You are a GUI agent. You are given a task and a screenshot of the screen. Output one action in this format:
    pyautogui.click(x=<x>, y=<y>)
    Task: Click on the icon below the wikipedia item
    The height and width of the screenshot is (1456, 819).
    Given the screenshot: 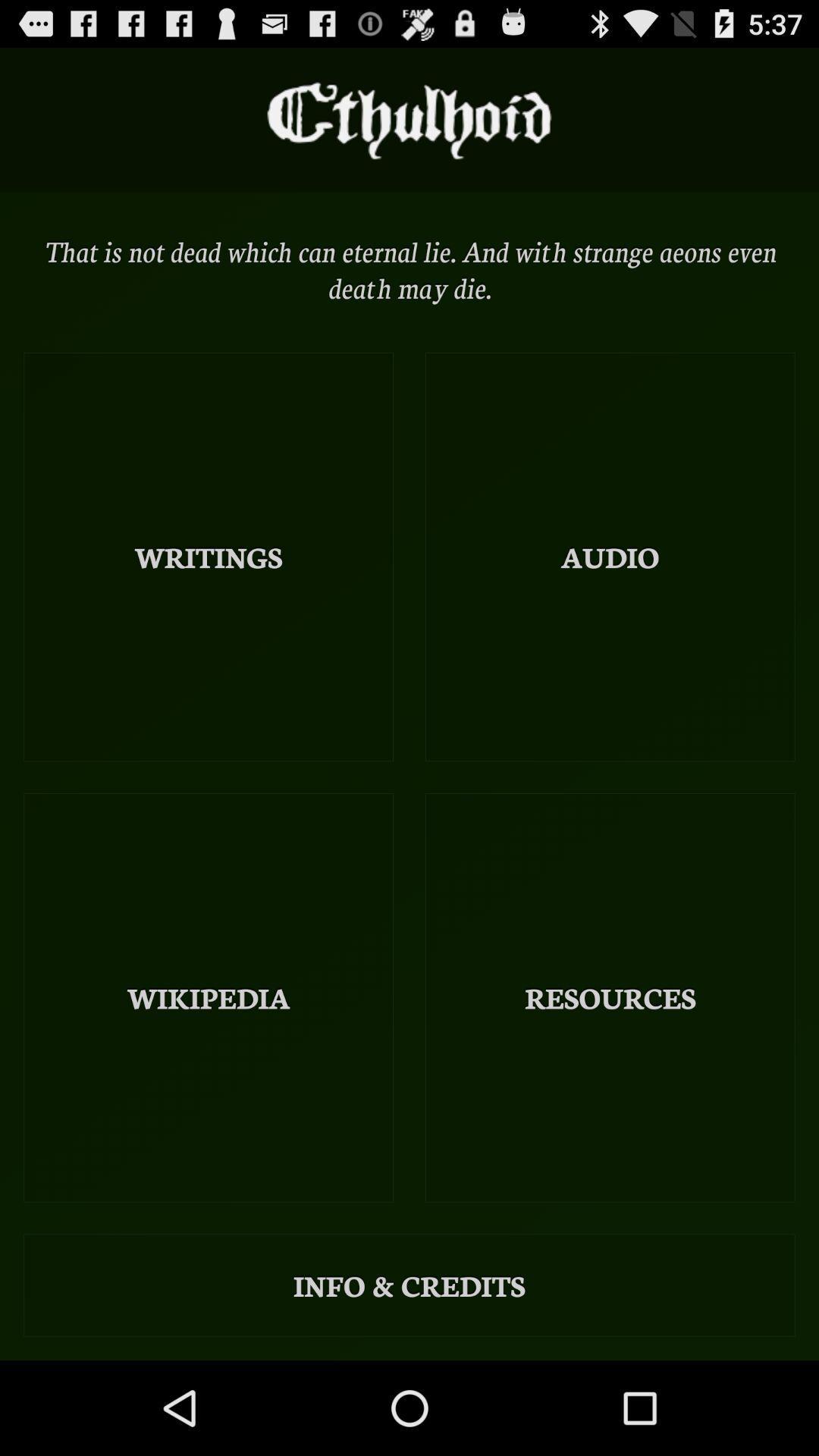 What is the action you would take?
    pyautogui.click(x=409, y=1284)
    